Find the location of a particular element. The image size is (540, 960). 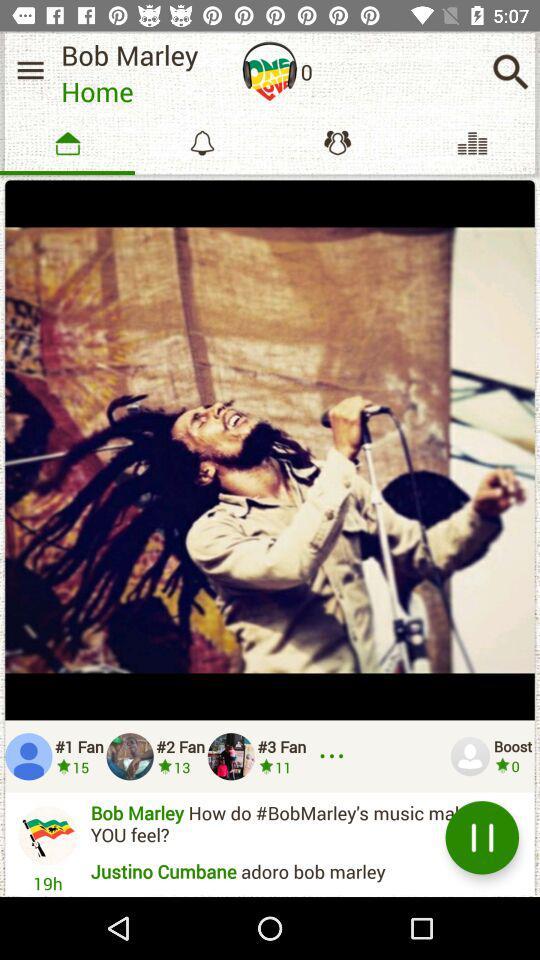

and pause button is located at coordinates (481, 837).